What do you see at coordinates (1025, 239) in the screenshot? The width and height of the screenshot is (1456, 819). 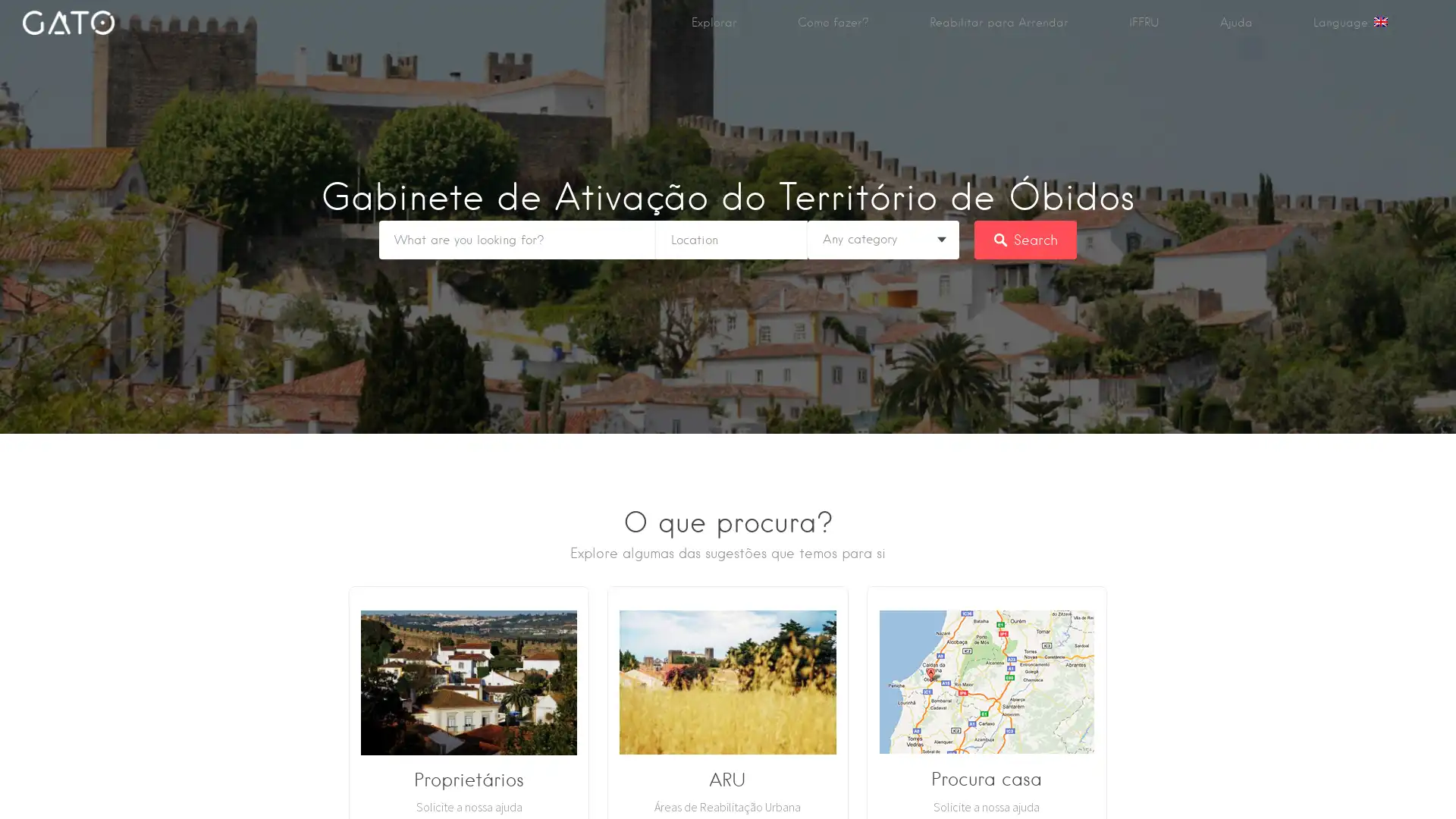 I see `Search` at bounding box center [1025, 239].